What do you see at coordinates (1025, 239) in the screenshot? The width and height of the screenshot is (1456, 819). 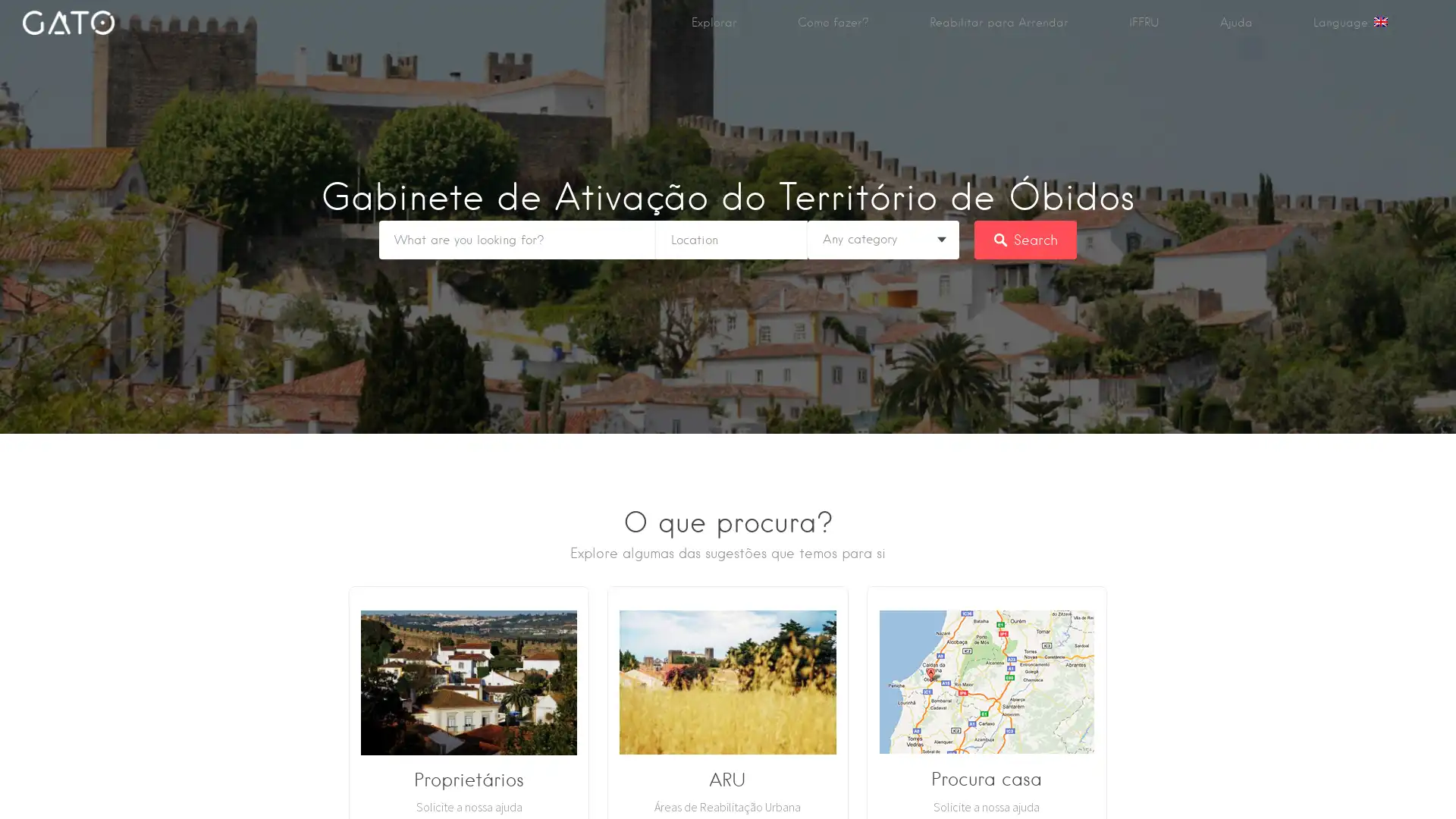 I see `Search` at bounding box center [1025, 239].